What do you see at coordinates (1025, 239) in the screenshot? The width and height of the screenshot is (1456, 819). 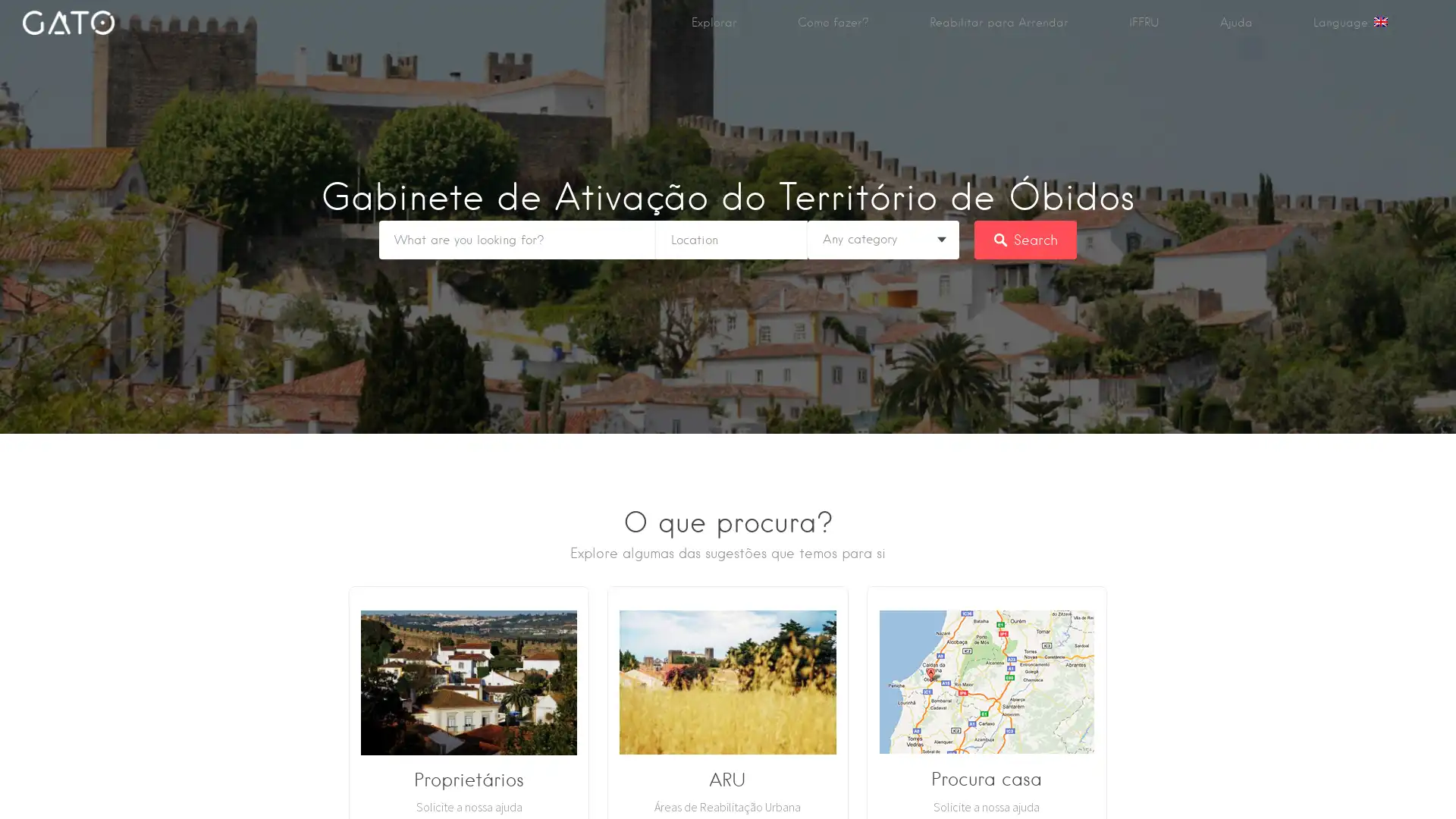 I see `Search` at bounding box center [1025, 239].